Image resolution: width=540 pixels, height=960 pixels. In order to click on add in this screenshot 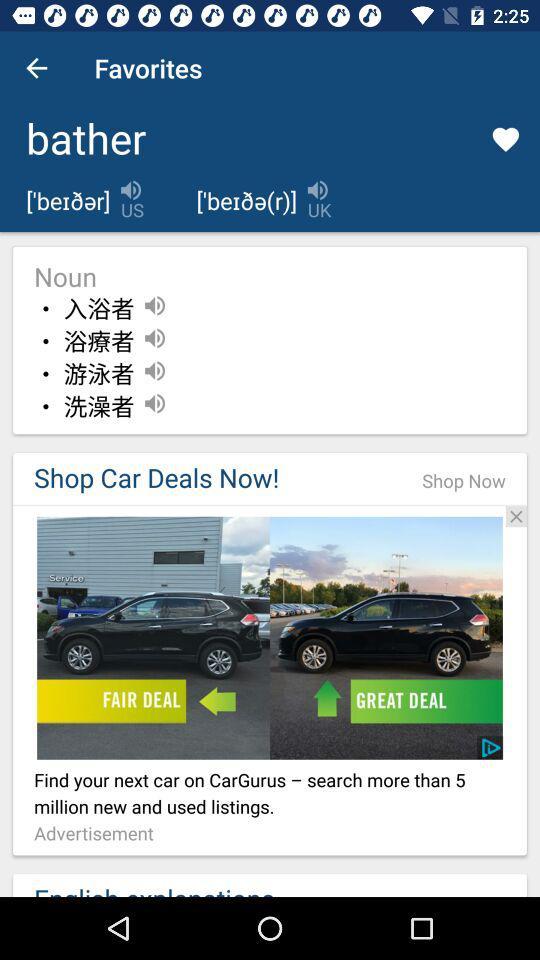, I will do `click(270, 637)`.